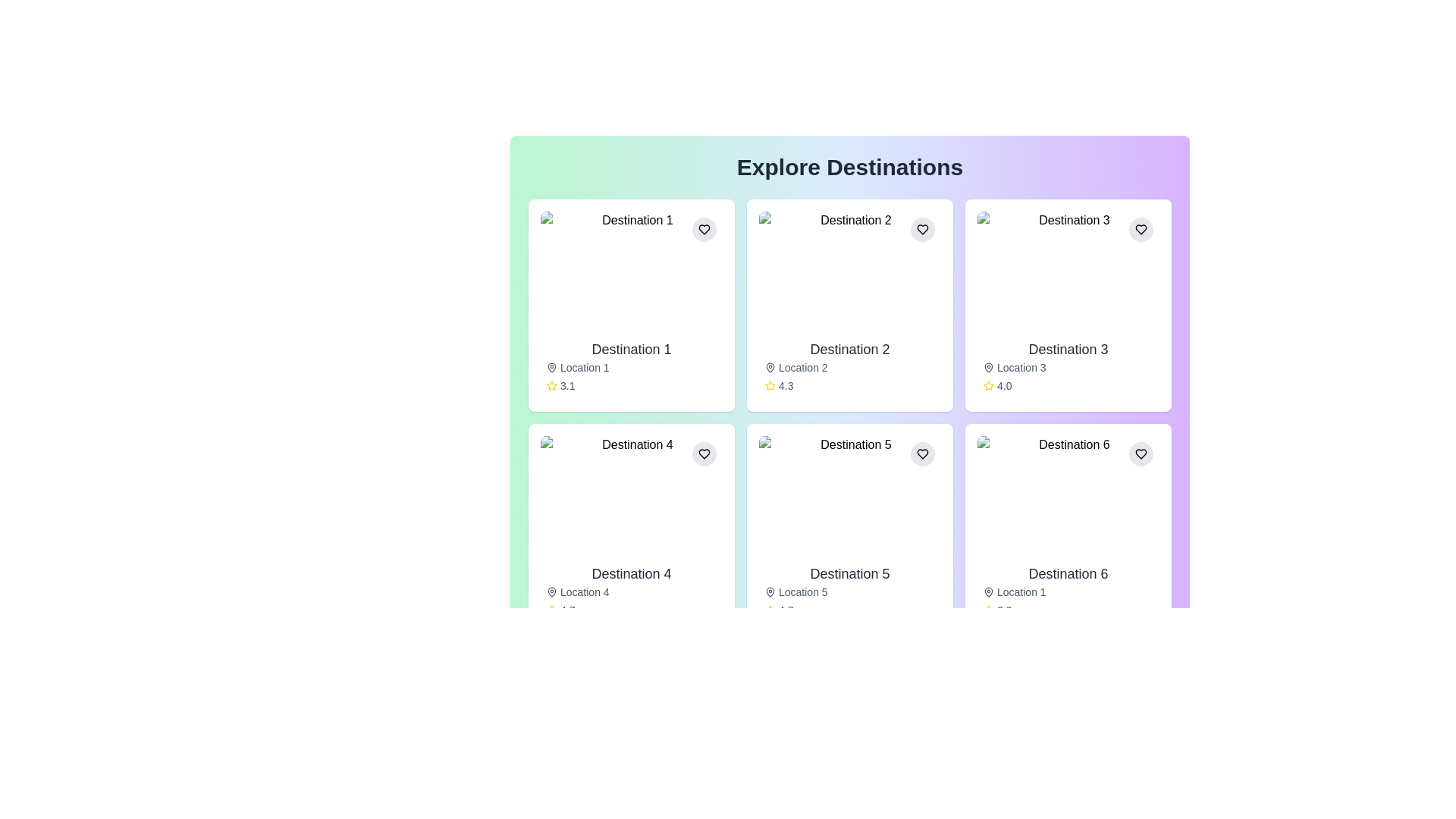  What do you see at coordinates (704, 453) in the screenshot?
I see `the favorite button located in the top-right corner of the card labeled 'Destination 4' to observe any hover-specific effects` at bounding box center [704, 453].